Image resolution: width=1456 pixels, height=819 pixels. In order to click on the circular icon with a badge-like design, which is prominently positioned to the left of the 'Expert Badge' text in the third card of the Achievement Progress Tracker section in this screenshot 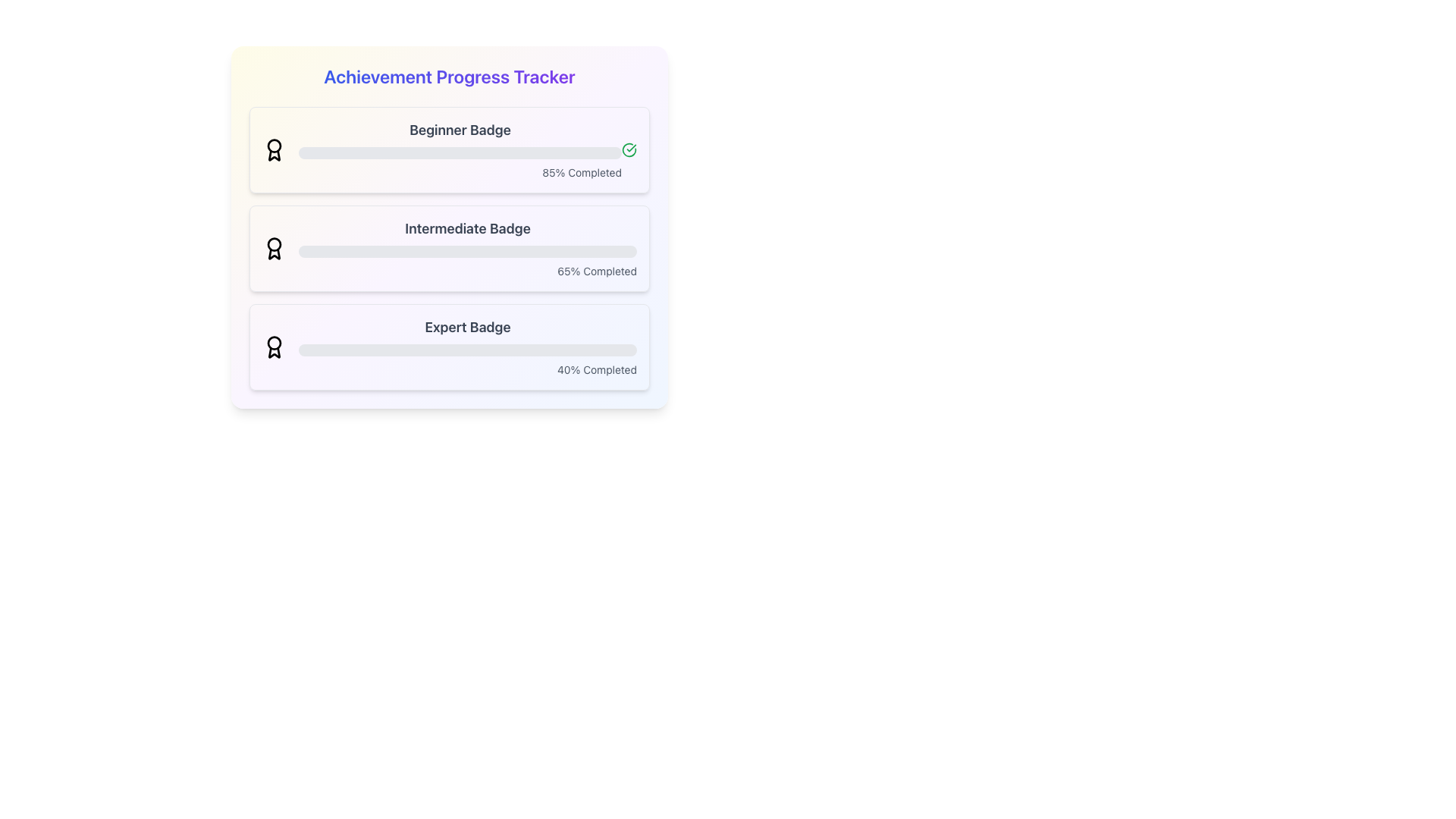, I will do `click(274, 347)`.